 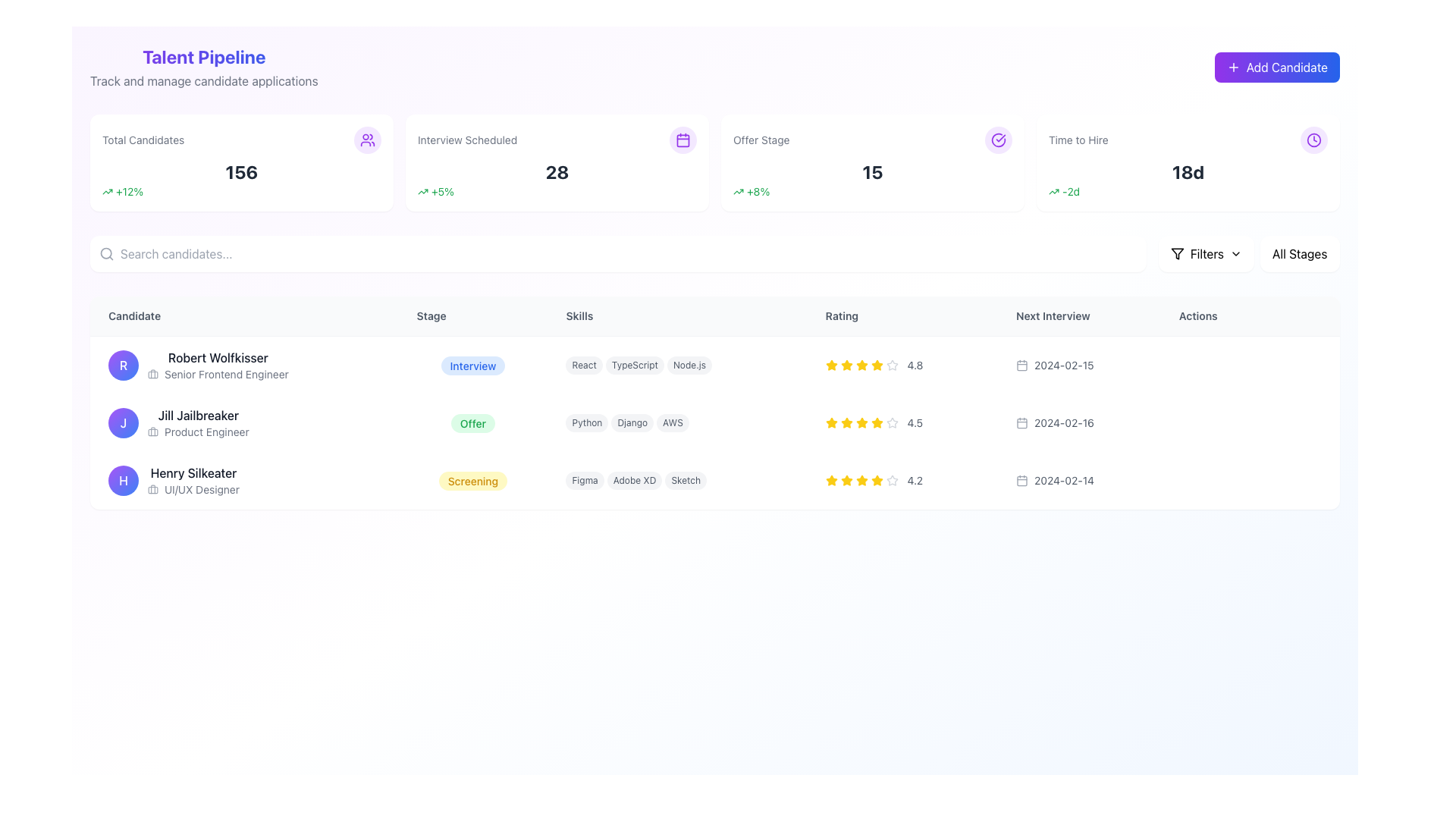 I want to click on the text label displaying 'Robert Wolfkisser' in bold dark gray color to invoke the context menu, so click(x=217, y=357).